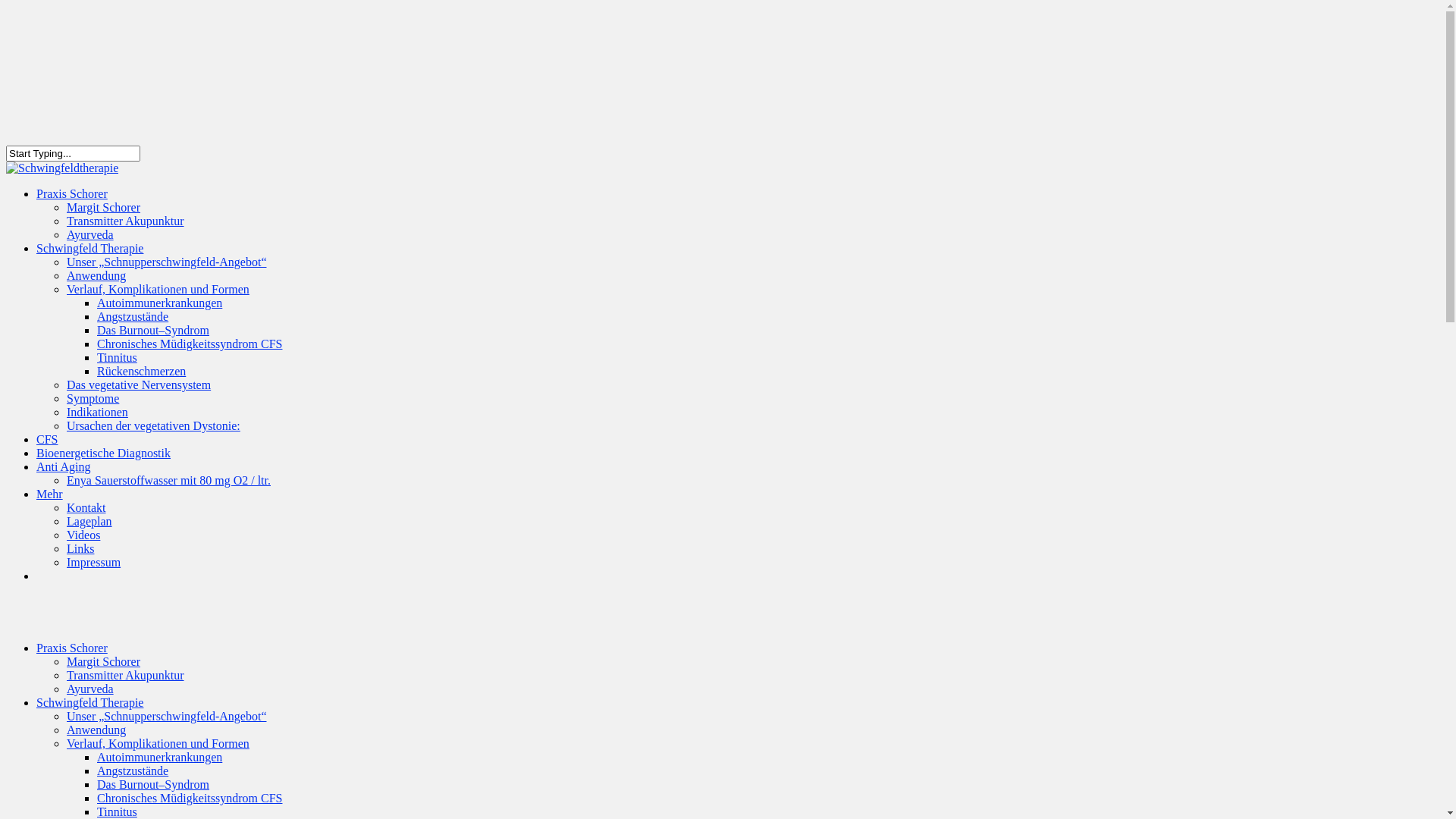 The width and height of the screenshot is (1456, 819). What do you see at coordinates (96, 357) in the screenshot?
I see `'Tinnitus'` at bounding box center [96, 357].